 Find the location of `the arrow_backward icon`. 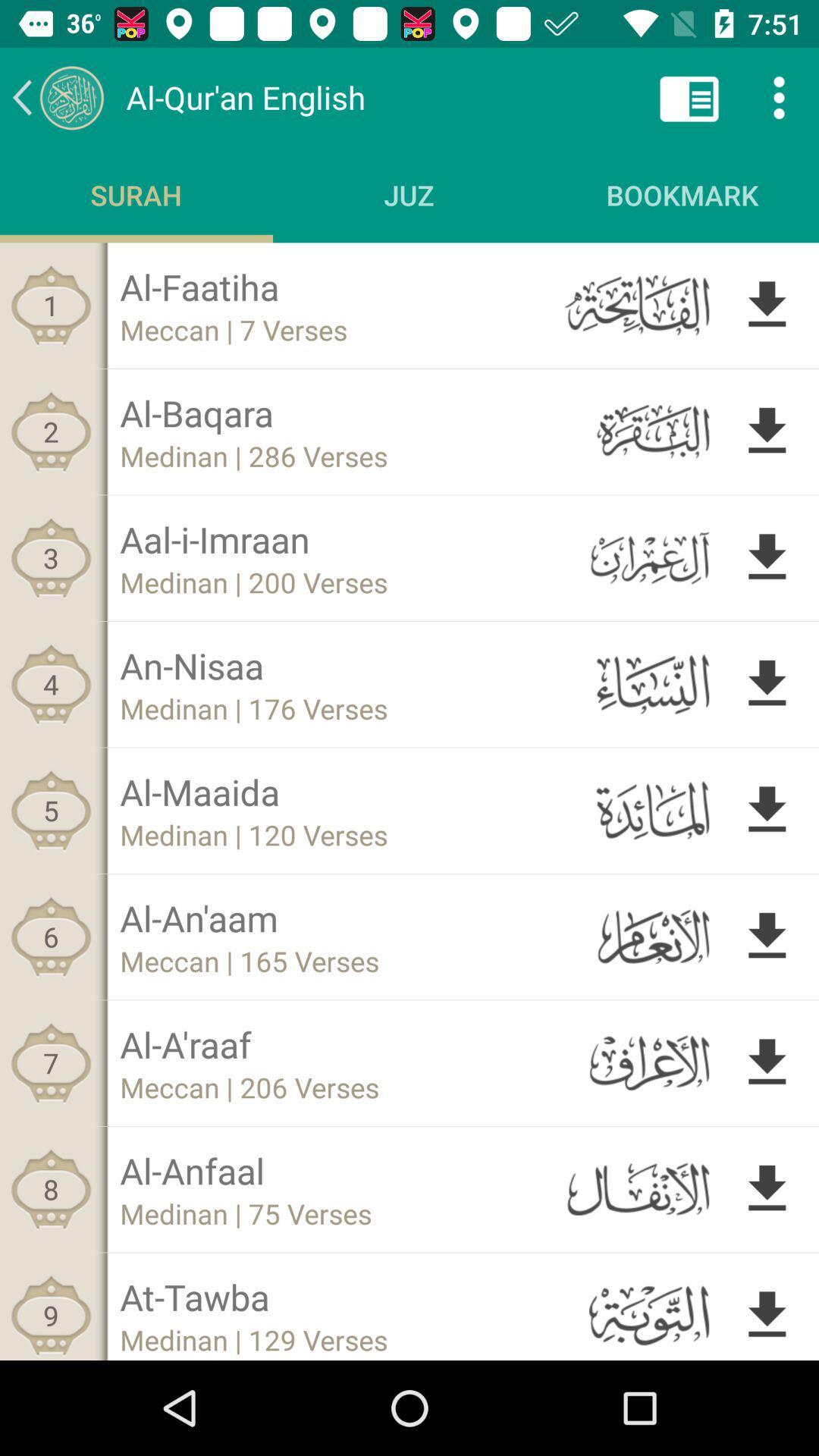

the arrow_backward icon is located at coordinates (57, 96).